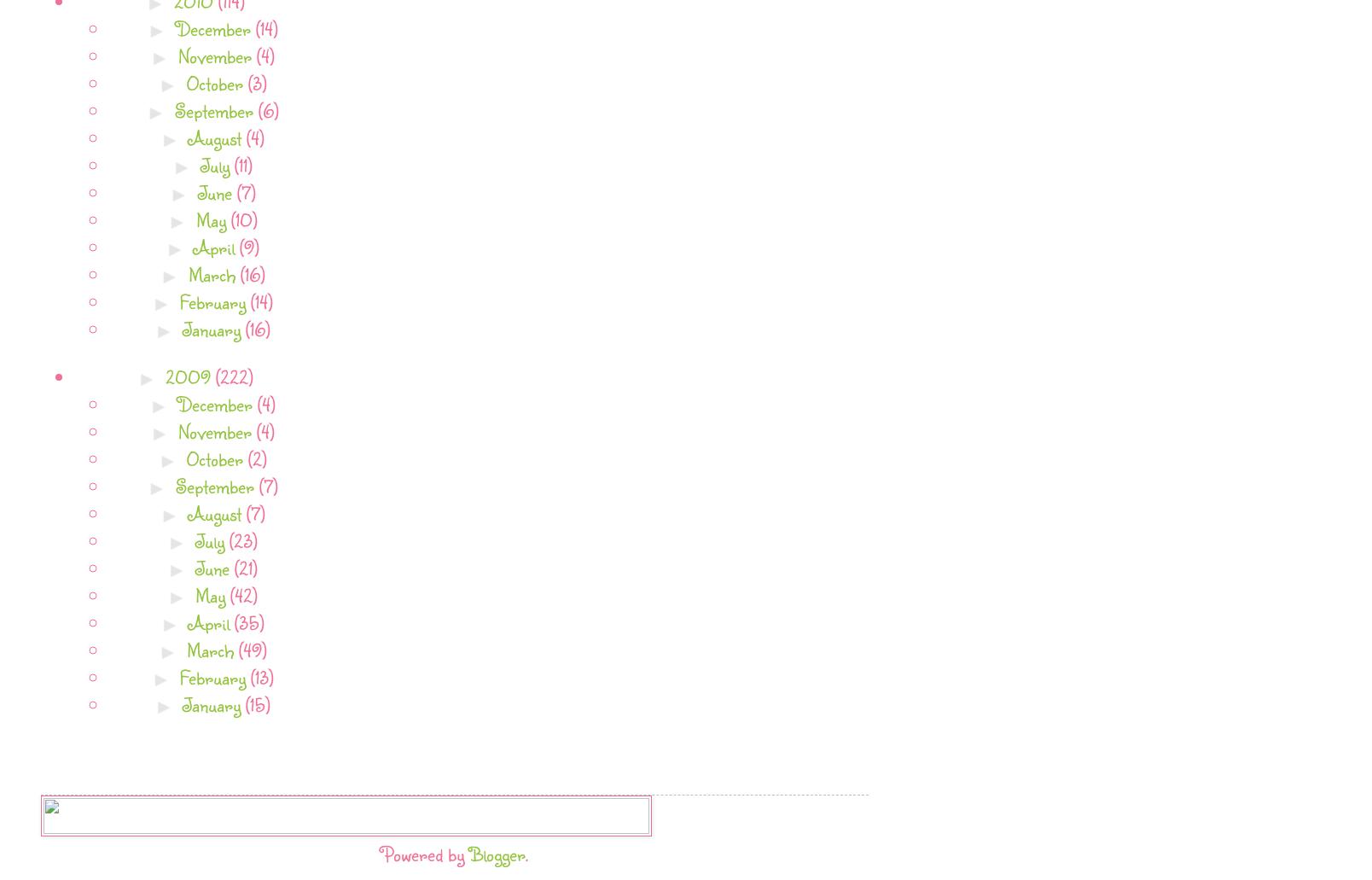 This screenshot has height=880, width=1372. What do you see at coordinates (257, 702) in the screenshot?
I see `'(15)'` at bounding box center [257, 702].